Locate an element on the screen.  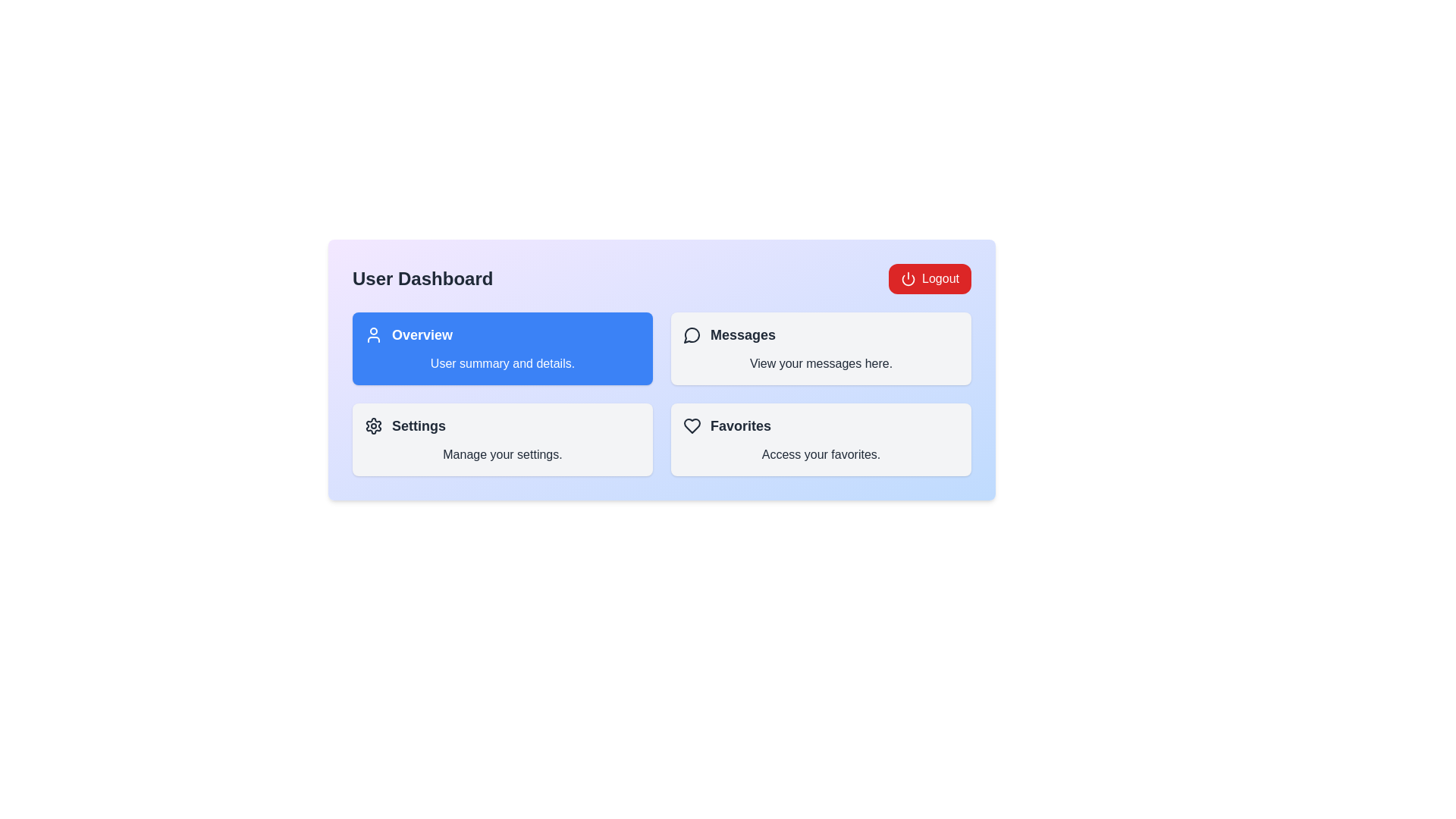
the text label displaying 'User summary and details.' is located at coordinates (502, 363).